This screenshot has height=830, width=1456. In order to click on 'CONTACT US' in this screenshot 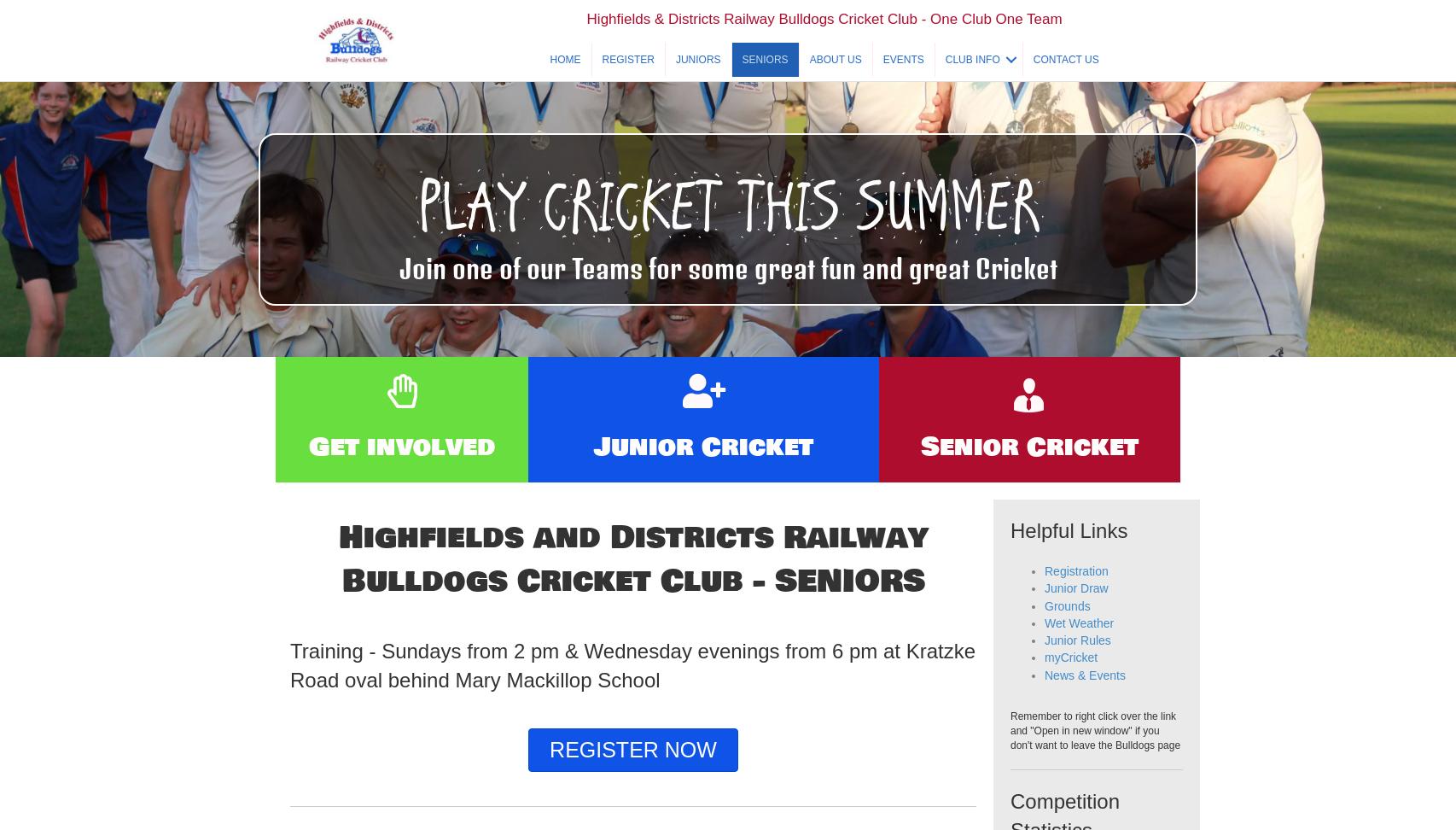, I will do `click(1065, 78)`.